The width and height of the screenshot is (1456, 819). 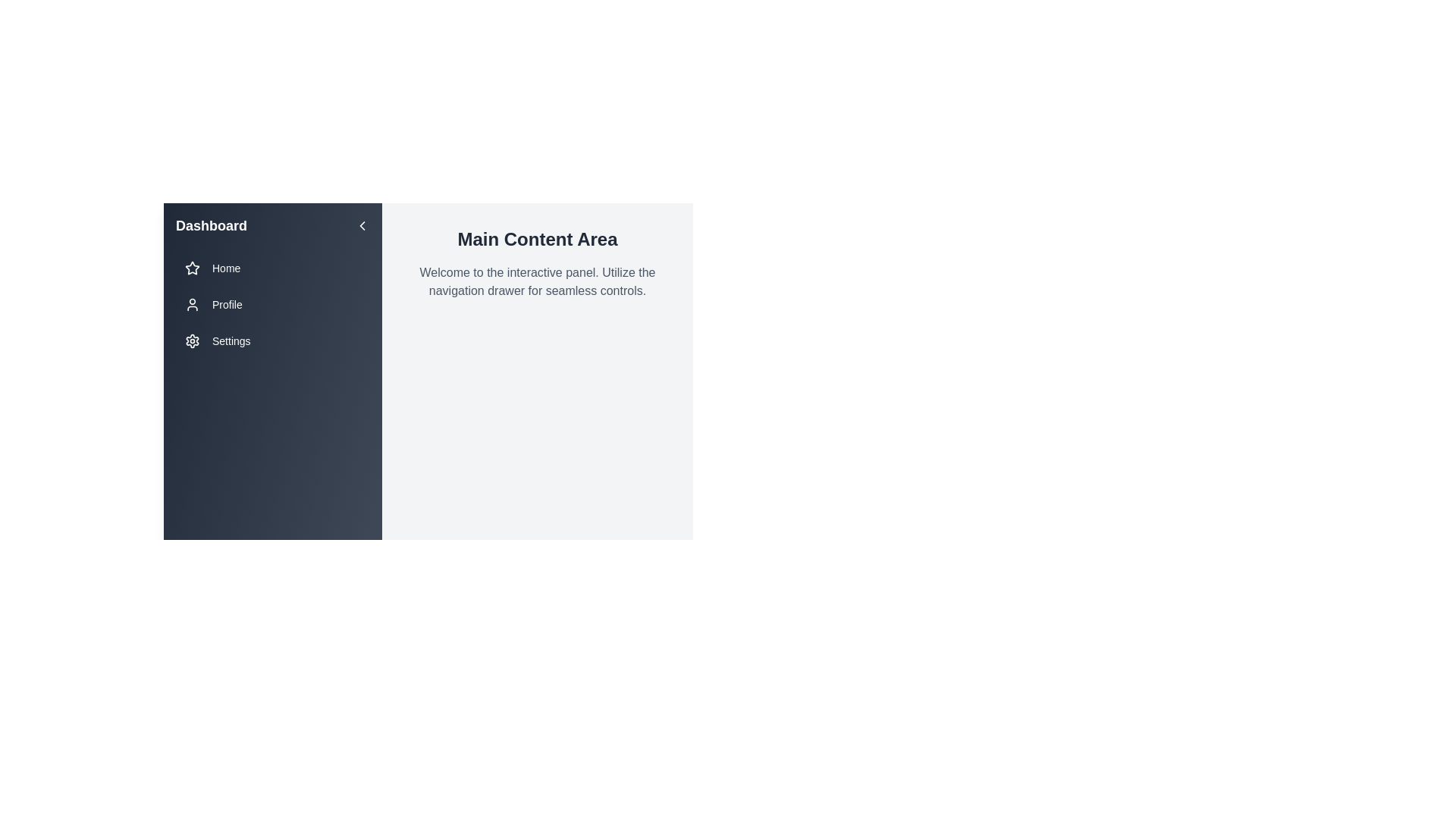 I want to click on the navigation button located at the top-right corner of the sidebar, aligned horizontally with the 'Dashboard' text, so click(x=362, y=225).